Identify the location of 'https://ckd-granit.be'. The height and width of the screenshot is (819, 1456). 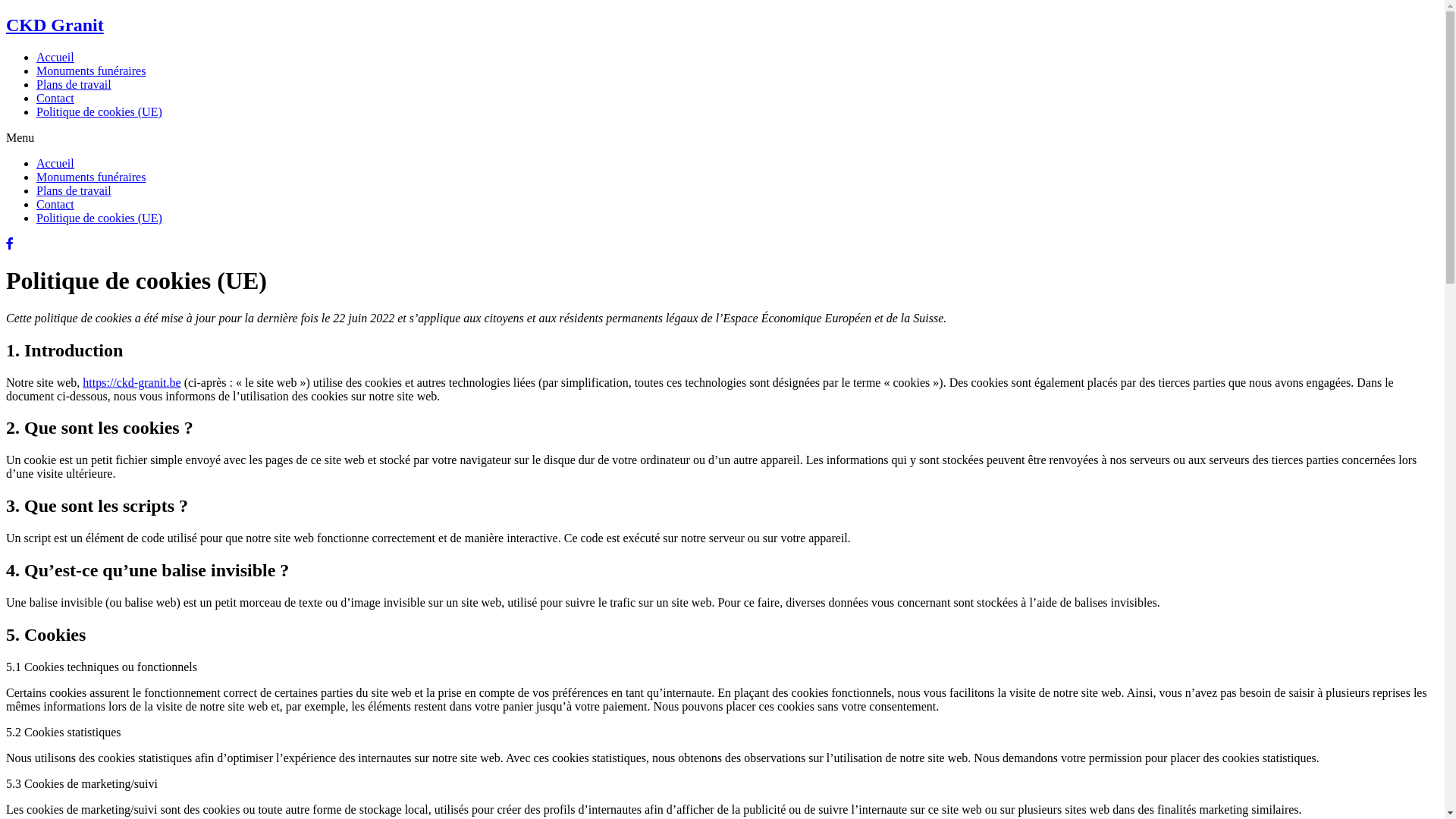
(131, 381).